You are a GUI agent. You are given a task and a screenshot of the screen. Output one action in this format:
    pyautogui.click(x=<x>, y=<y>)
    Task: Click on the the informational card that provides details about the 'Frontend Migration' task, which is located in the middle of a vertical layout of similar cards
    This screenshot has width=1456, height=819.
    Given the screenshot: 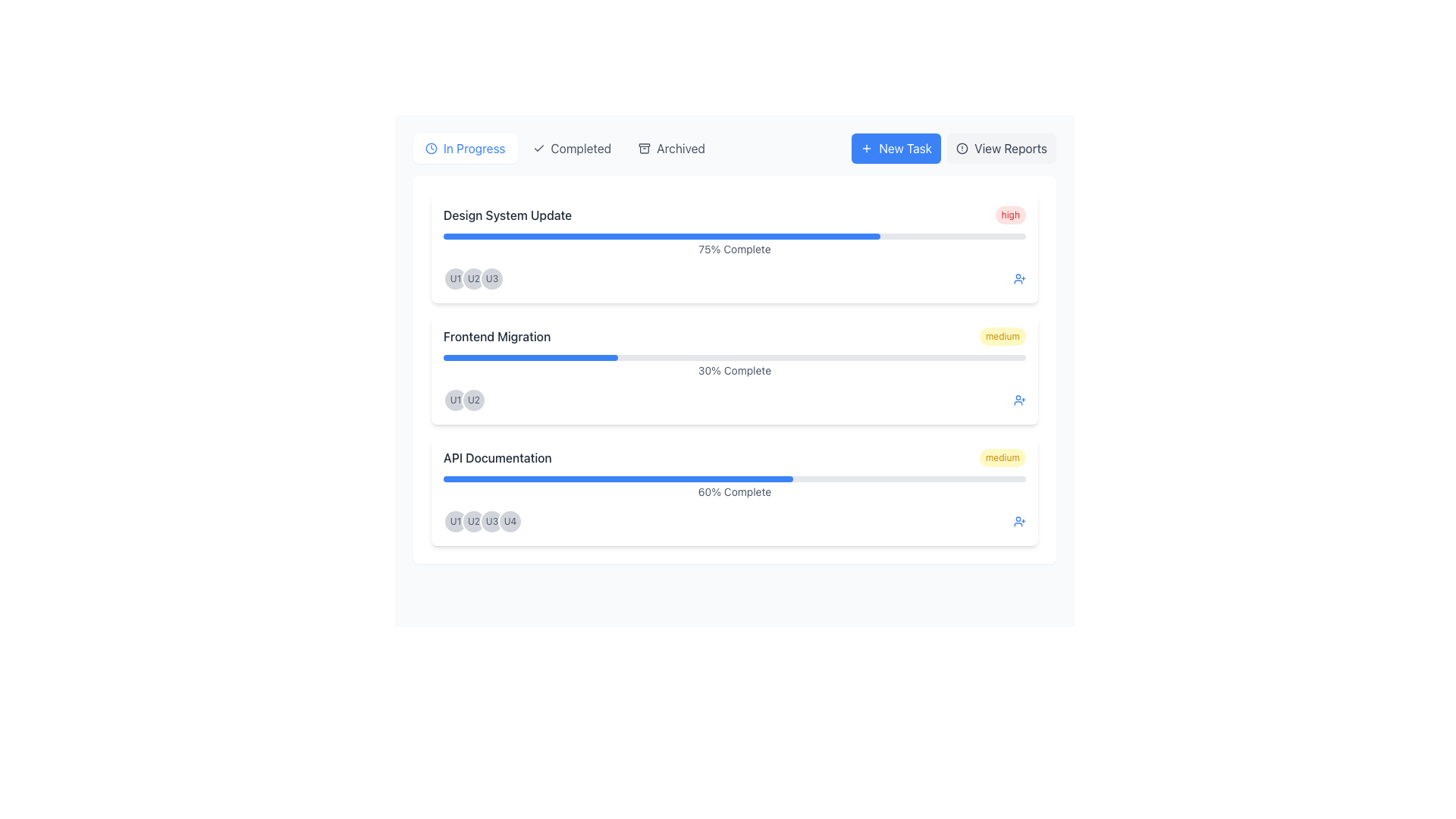 What is the action you would take?
    pyautogui.click(x=735, y=370)
    